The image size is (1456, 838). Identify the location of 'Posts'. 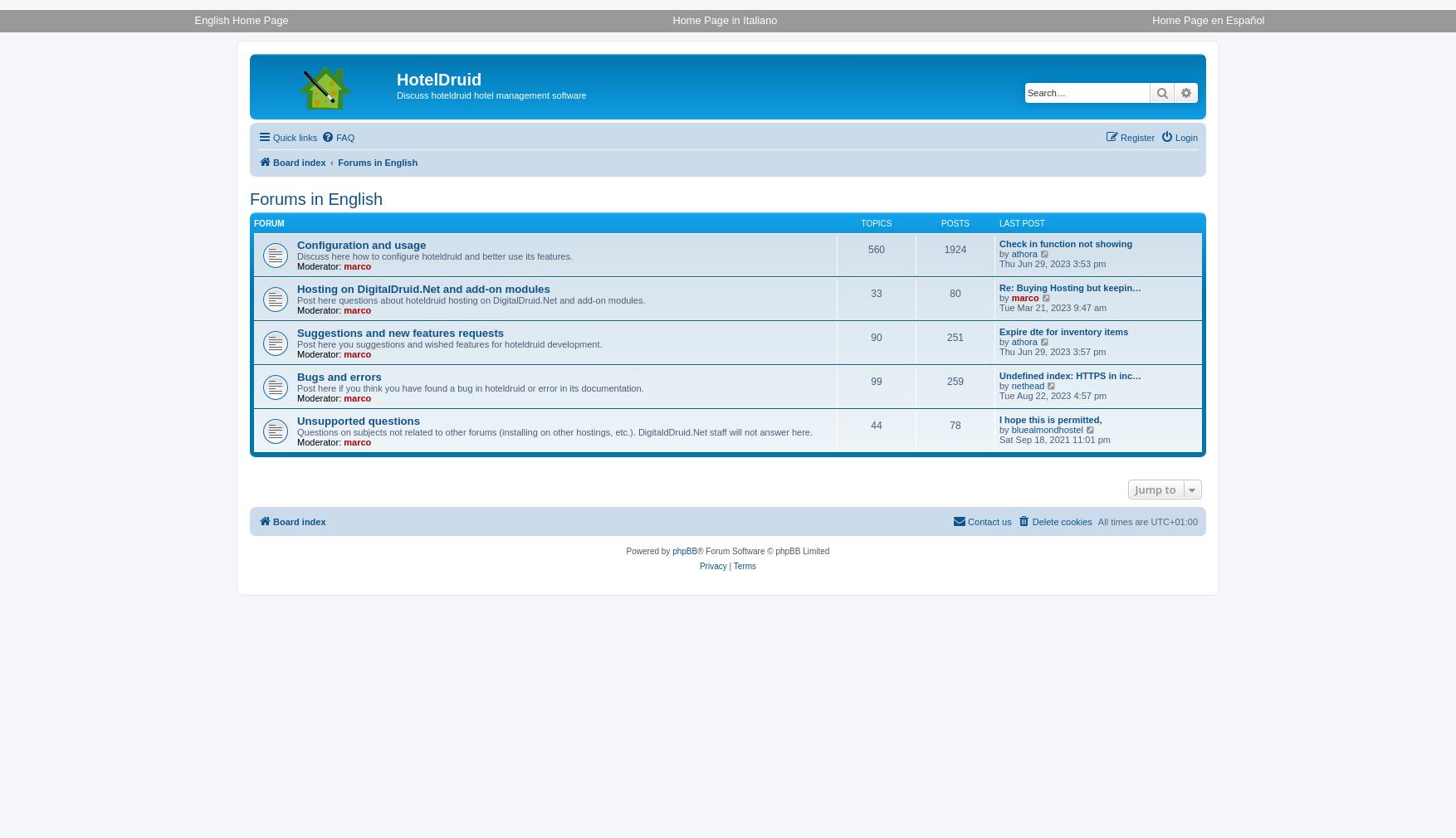
(954, 223).